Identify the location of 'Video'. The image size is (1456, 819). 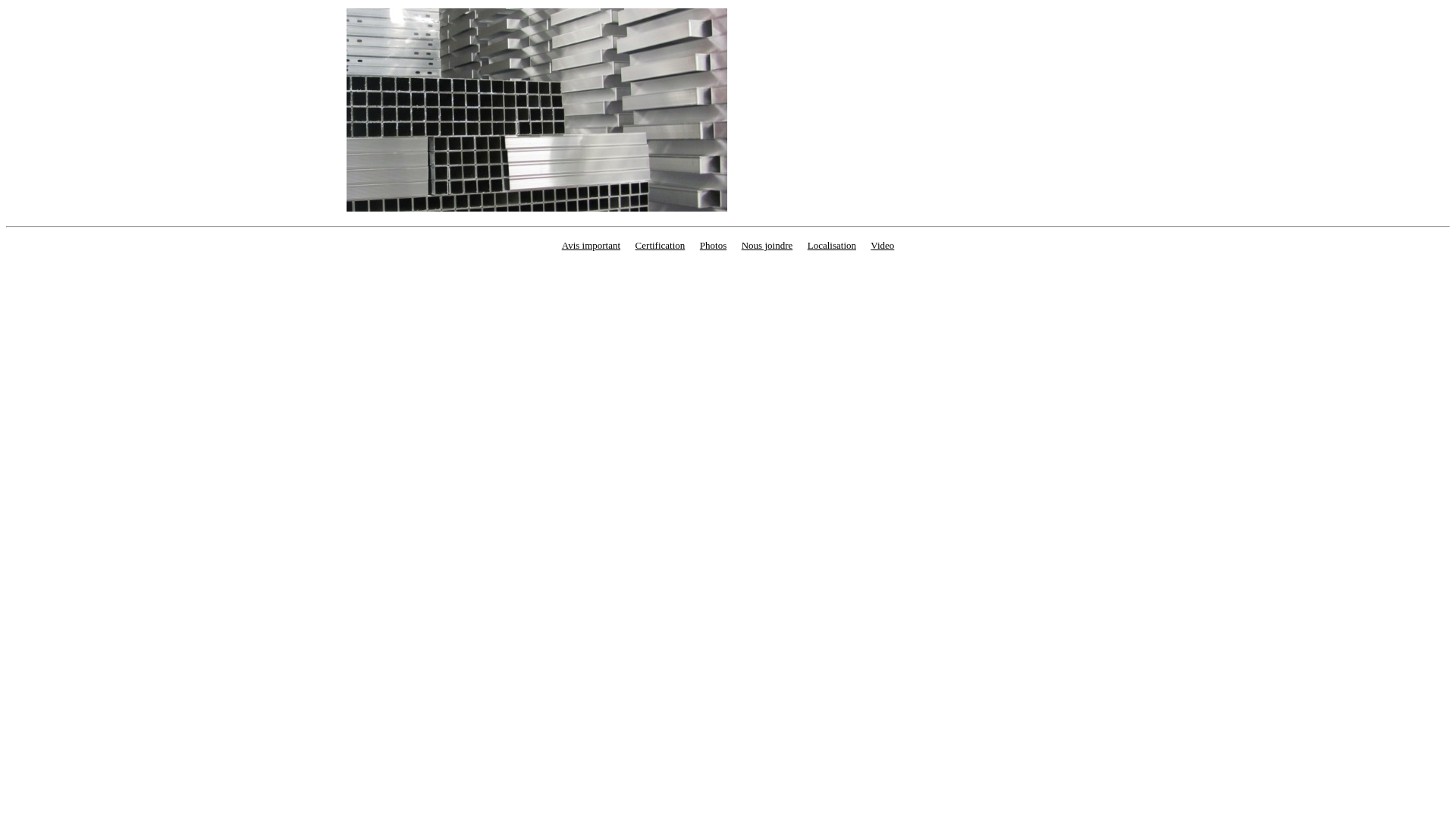
(882, 244).